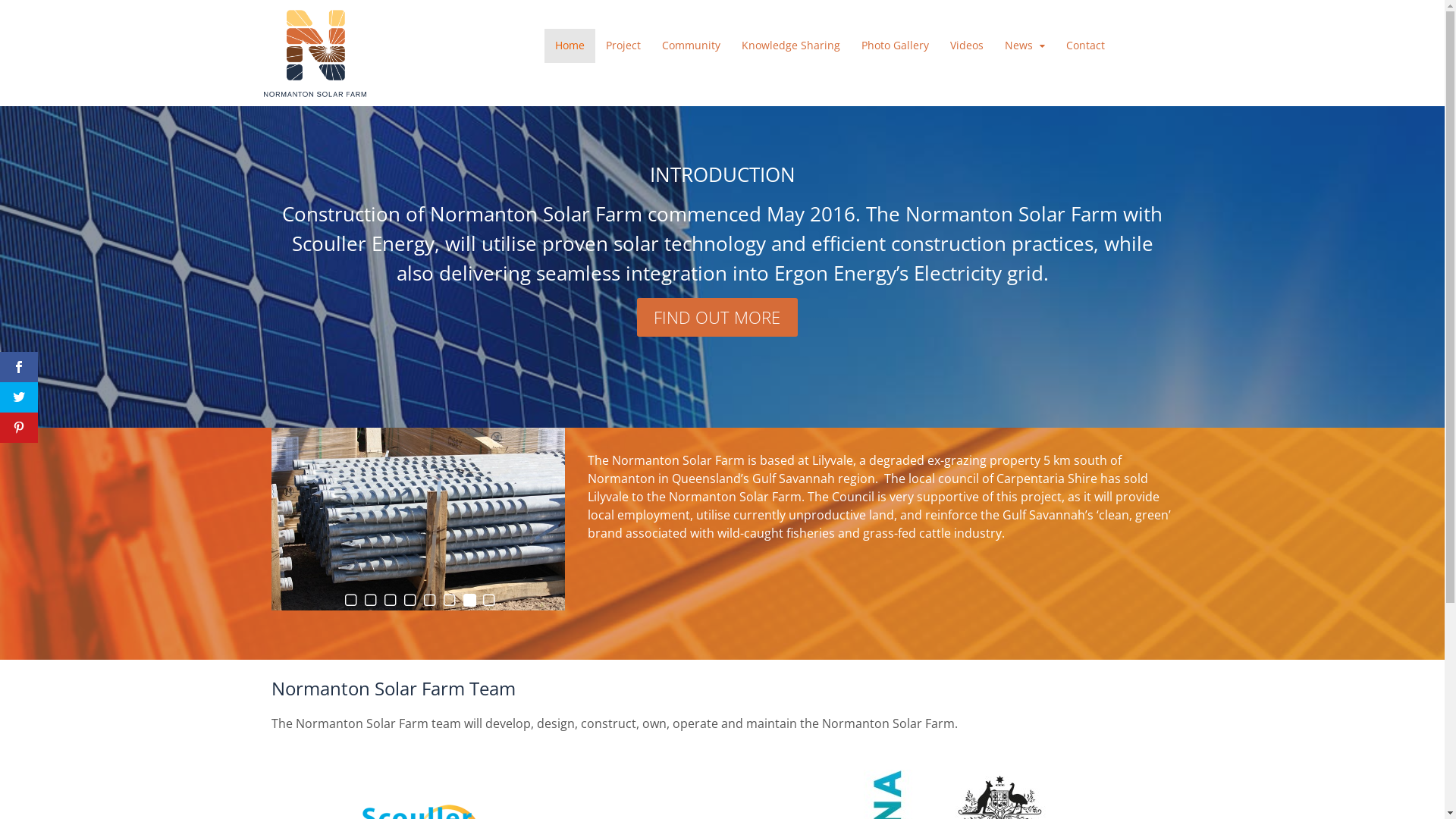 The width and height of the screenshot is (1456, 819). What do you see at coordinates (569, 45) in the screenshot?
I see `'Home'` at bounding box center [569, 45].